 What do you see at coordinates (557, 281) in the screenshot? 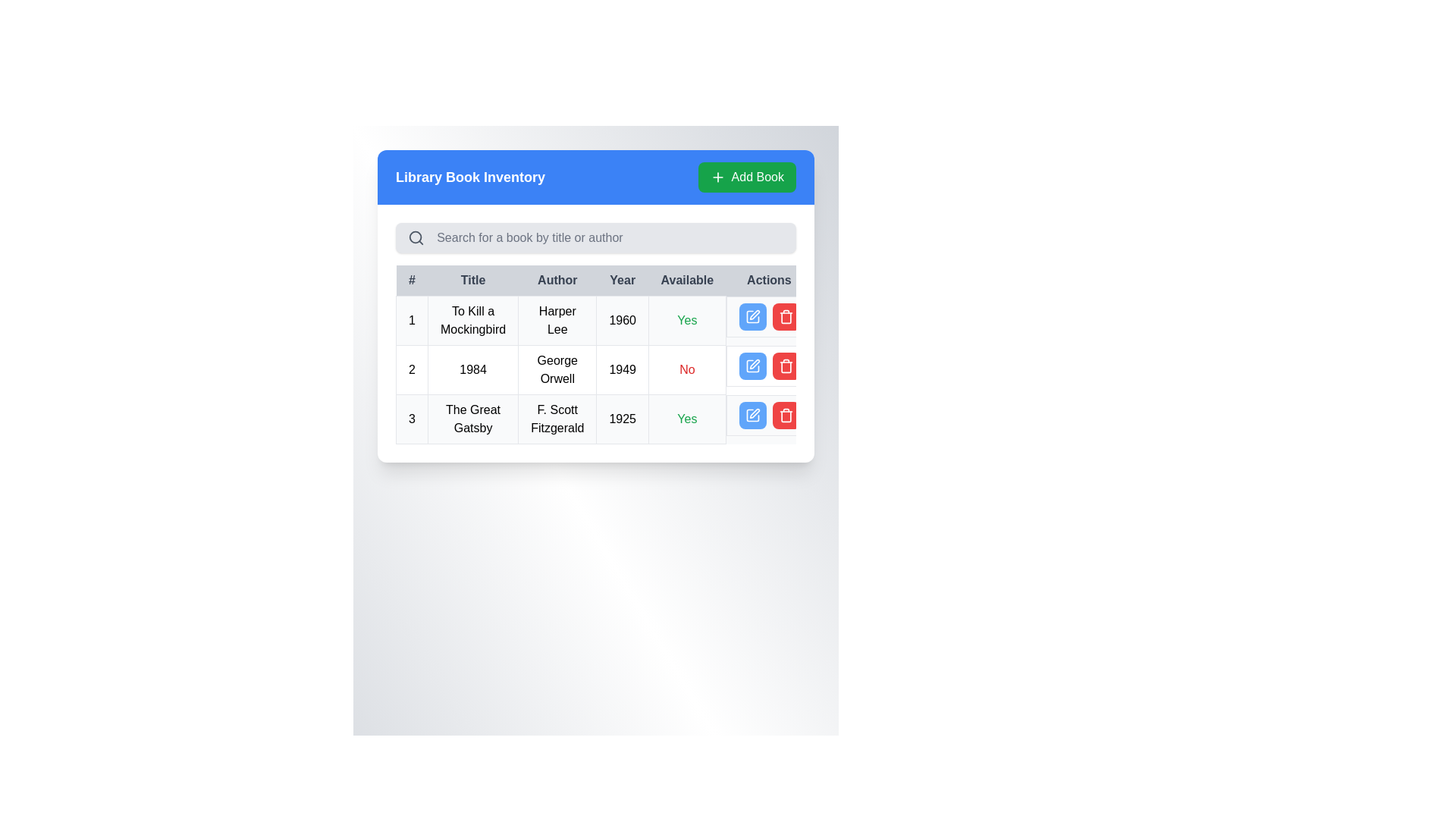
I see `the 'Author' column header in the table, which is the third column from the left, located between the 'Title' and 'Year' headers` at bounding box center [557, 281].